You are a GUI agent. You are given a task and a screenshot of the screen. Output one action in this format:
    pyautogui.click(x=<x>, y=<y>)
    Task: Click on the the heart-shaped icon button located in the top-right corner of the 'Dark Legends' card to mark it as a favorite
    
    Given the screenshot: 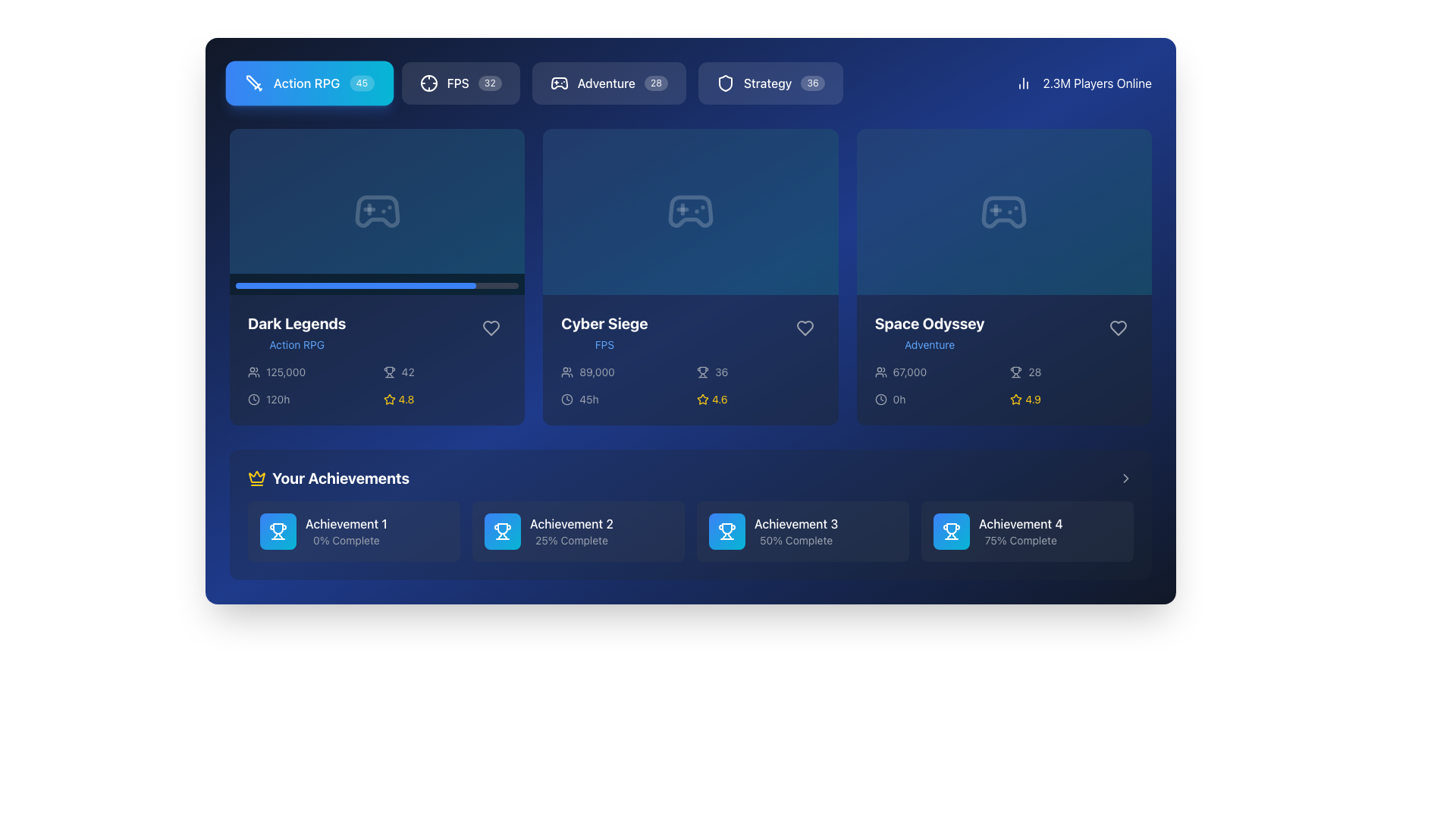 What is the action you would take?
    pyautogui.click(x=491, y=327)
    